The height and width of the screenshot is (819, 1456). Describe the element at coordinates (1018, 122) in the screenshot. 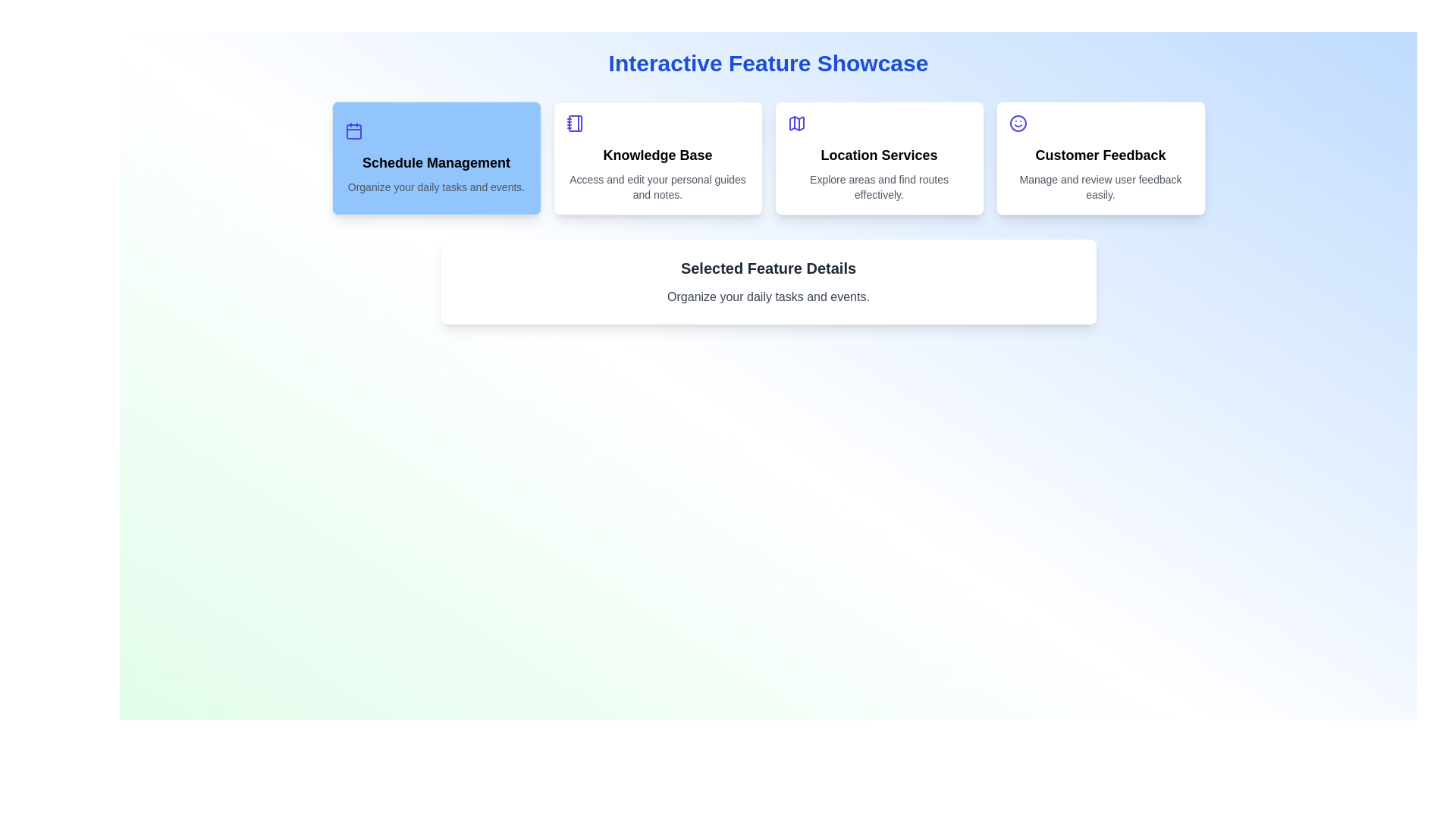

I see `the Circle element of the smiley face illustration in the 'Customer Feedback' card, located at the top-right corner of the interface` at that location.